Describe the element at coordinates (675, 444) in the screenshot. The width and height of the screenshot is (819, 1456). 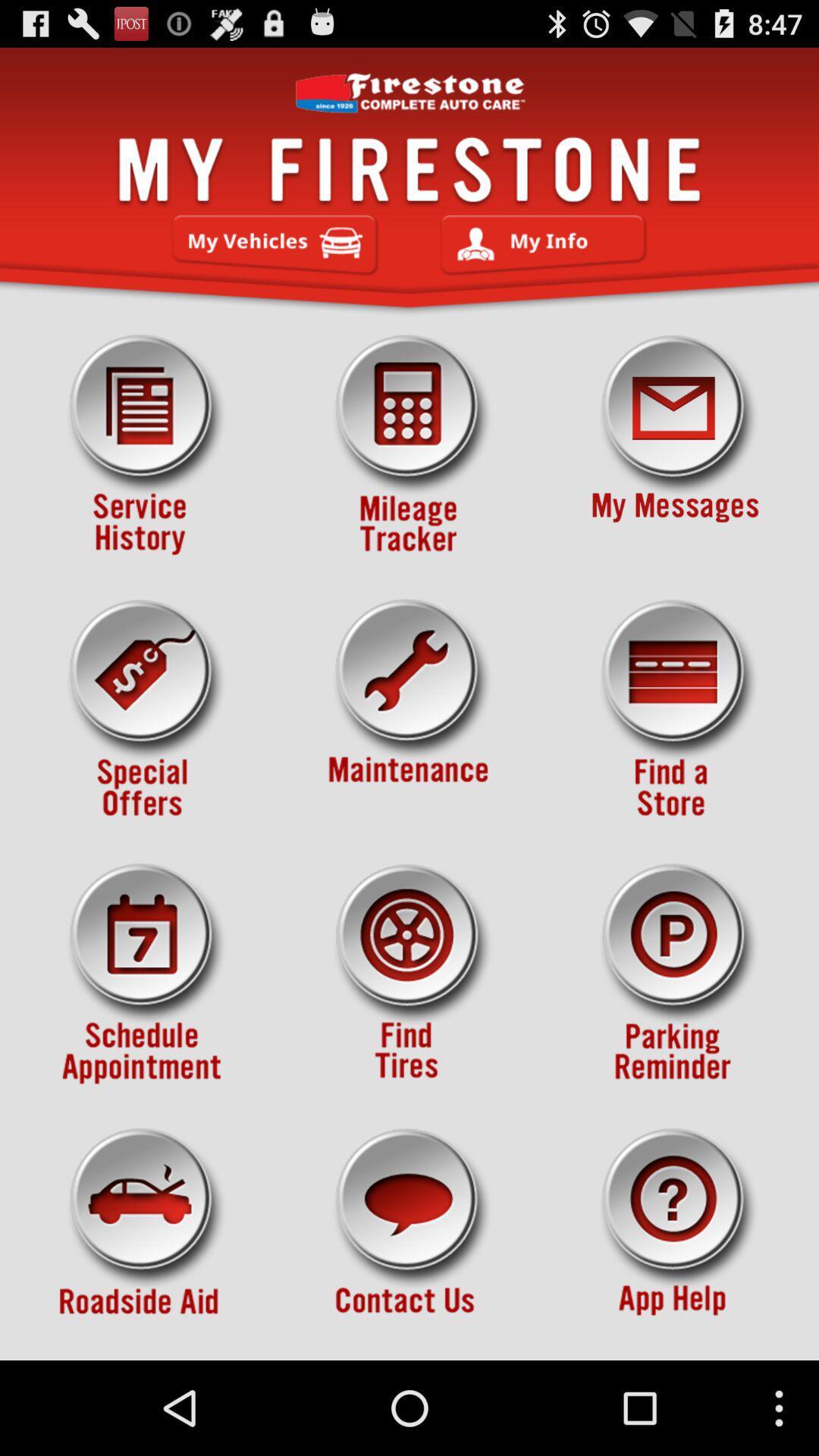
I see `item at the top right corner` at that location.